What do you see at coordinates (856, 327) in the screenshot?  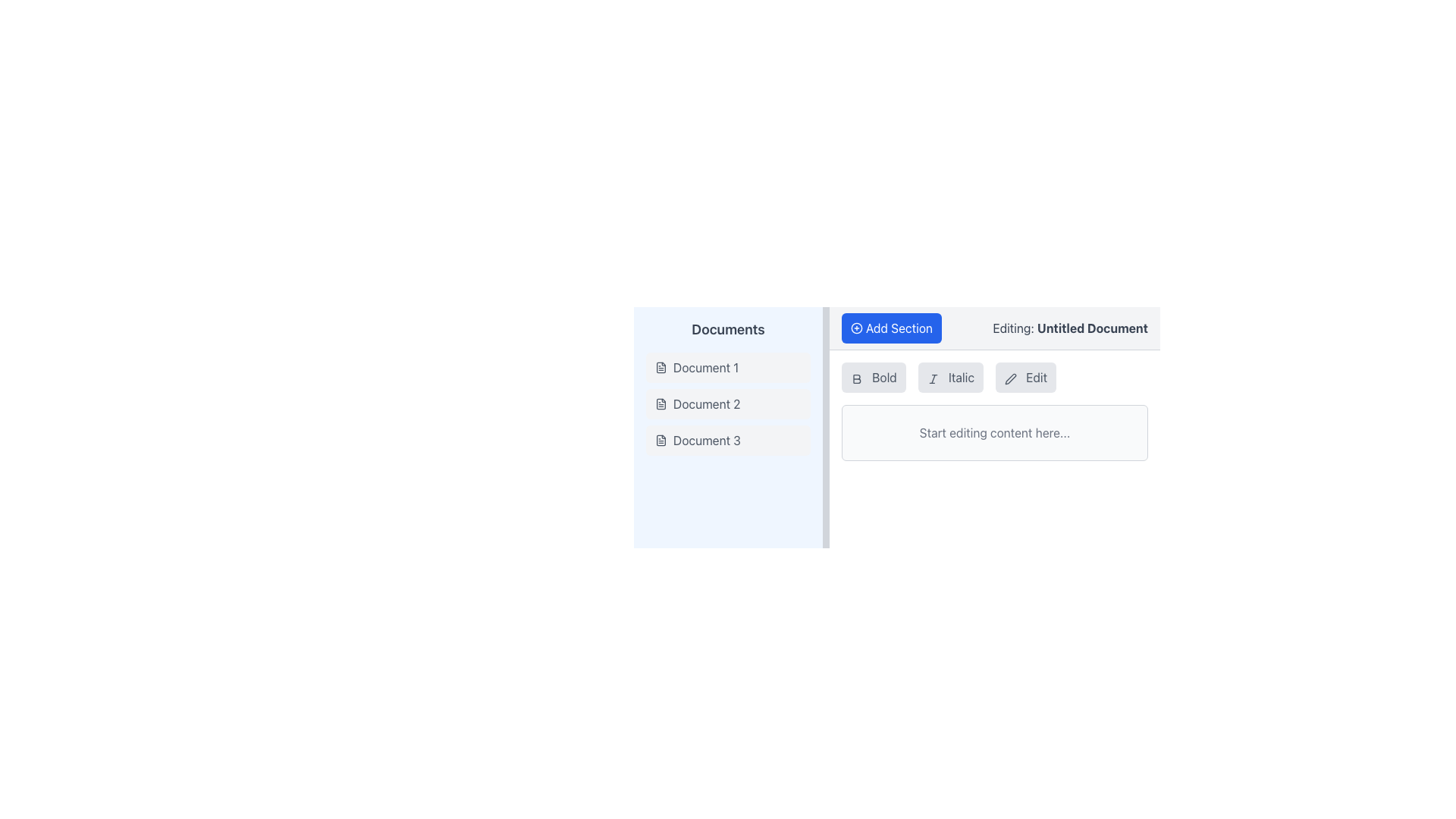 I see `the circular SVG icon that indicates the purpose of the 'Add Section' button, which is positioned to the left of the button label` at bounding box center [856, 327].